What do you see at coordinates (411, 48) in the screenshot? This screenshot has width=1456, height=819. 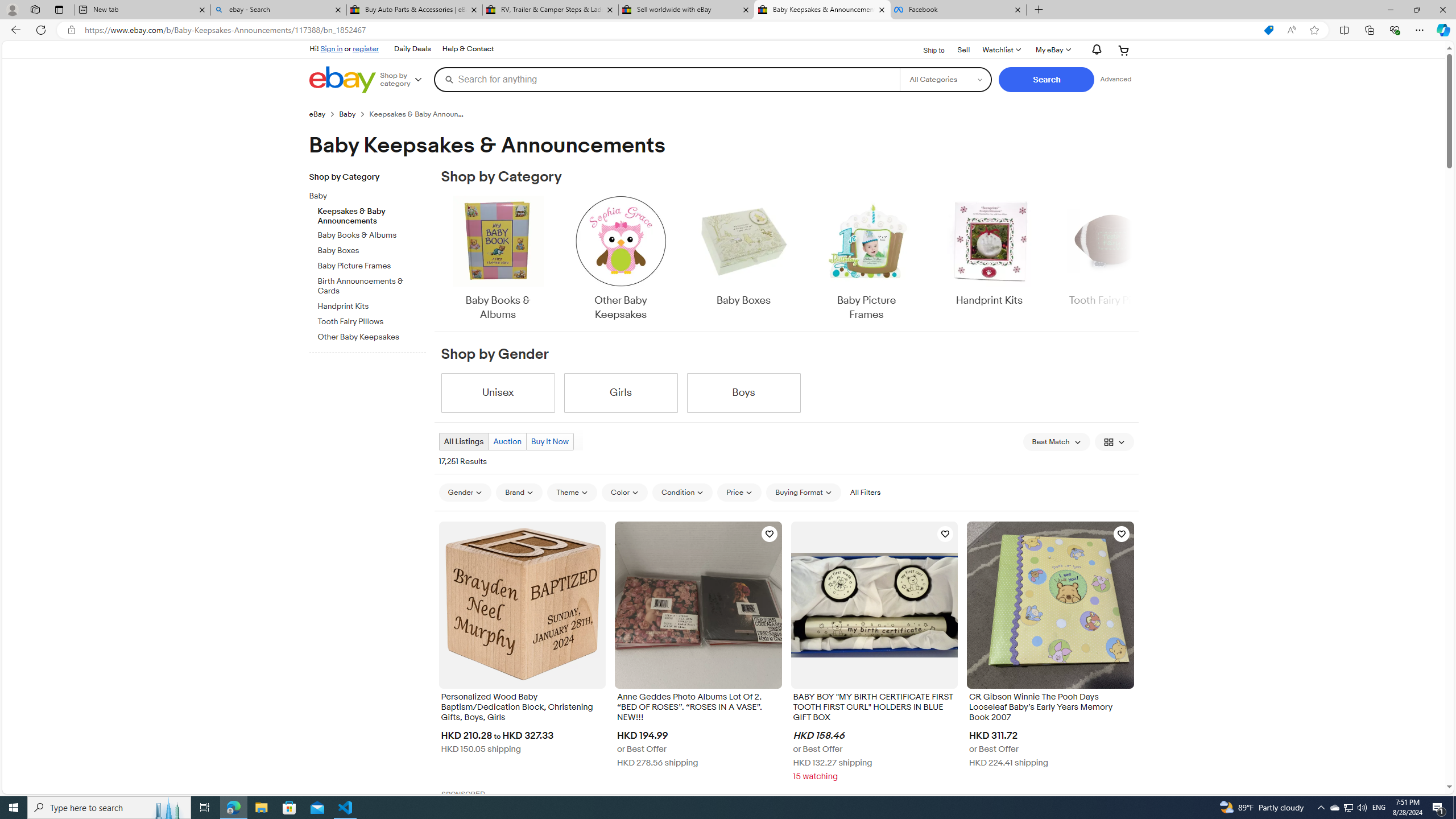 I see `'Daily Deals'` at bounding box center [411, 48].